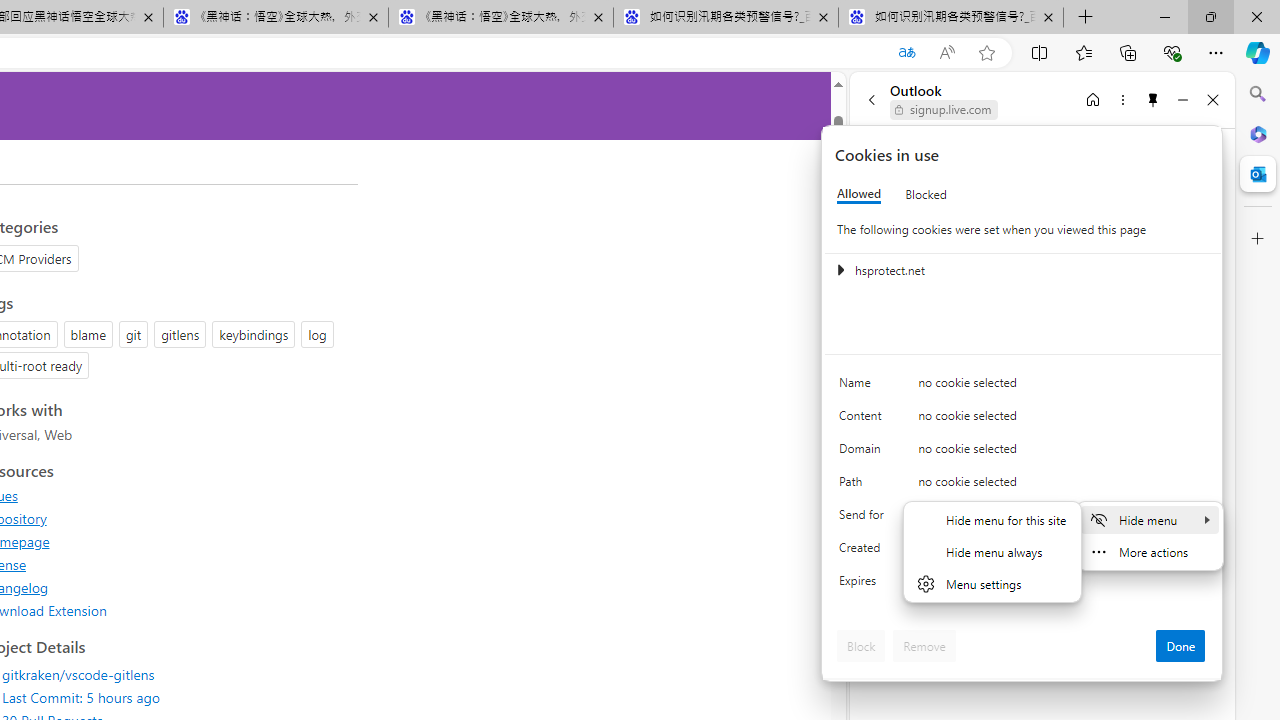 The width and height of the screenshot is (1280, 720). What do you see at coordinates (1149, 518) in the screenshot?
I see `'Hide menu'` at bounding box center [1149, 518].